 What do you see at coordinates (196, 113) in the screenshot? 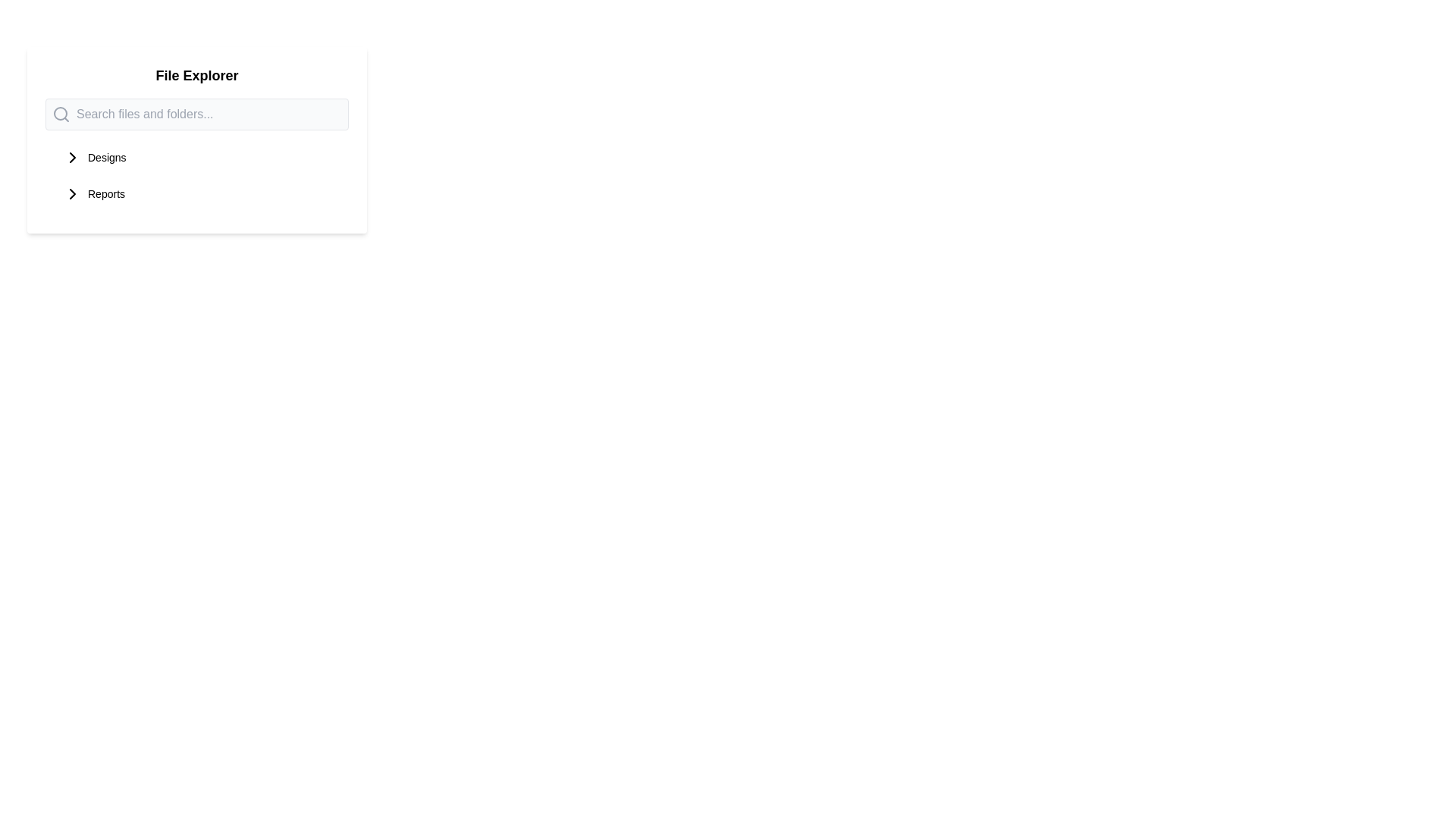
I see `the search bar input field located beneath the 'File Explorer' header` at bounding box center [196, 113].